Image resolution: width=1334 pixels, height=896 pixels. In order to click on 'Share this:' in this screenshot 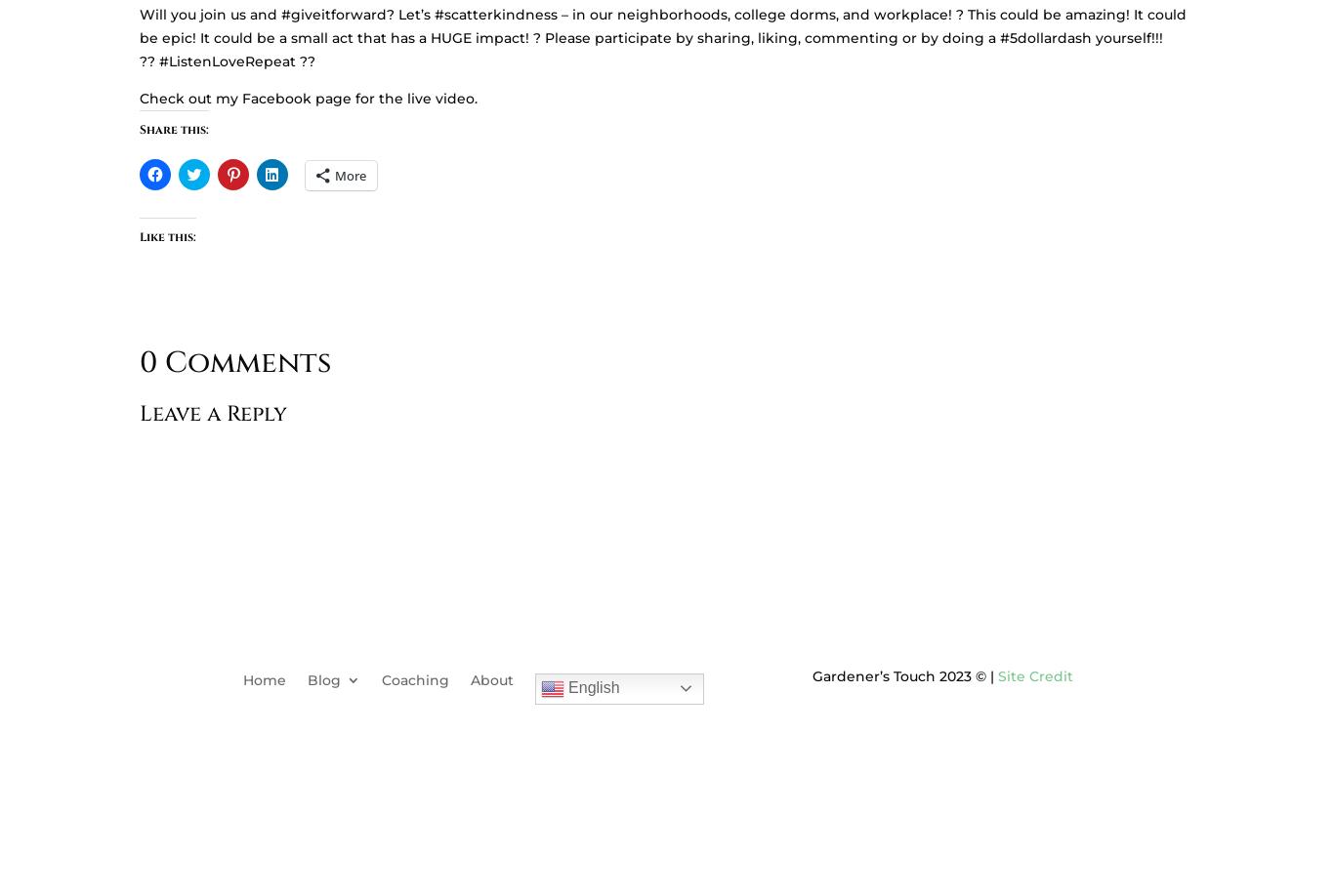, I will do `click(173, 129)`.